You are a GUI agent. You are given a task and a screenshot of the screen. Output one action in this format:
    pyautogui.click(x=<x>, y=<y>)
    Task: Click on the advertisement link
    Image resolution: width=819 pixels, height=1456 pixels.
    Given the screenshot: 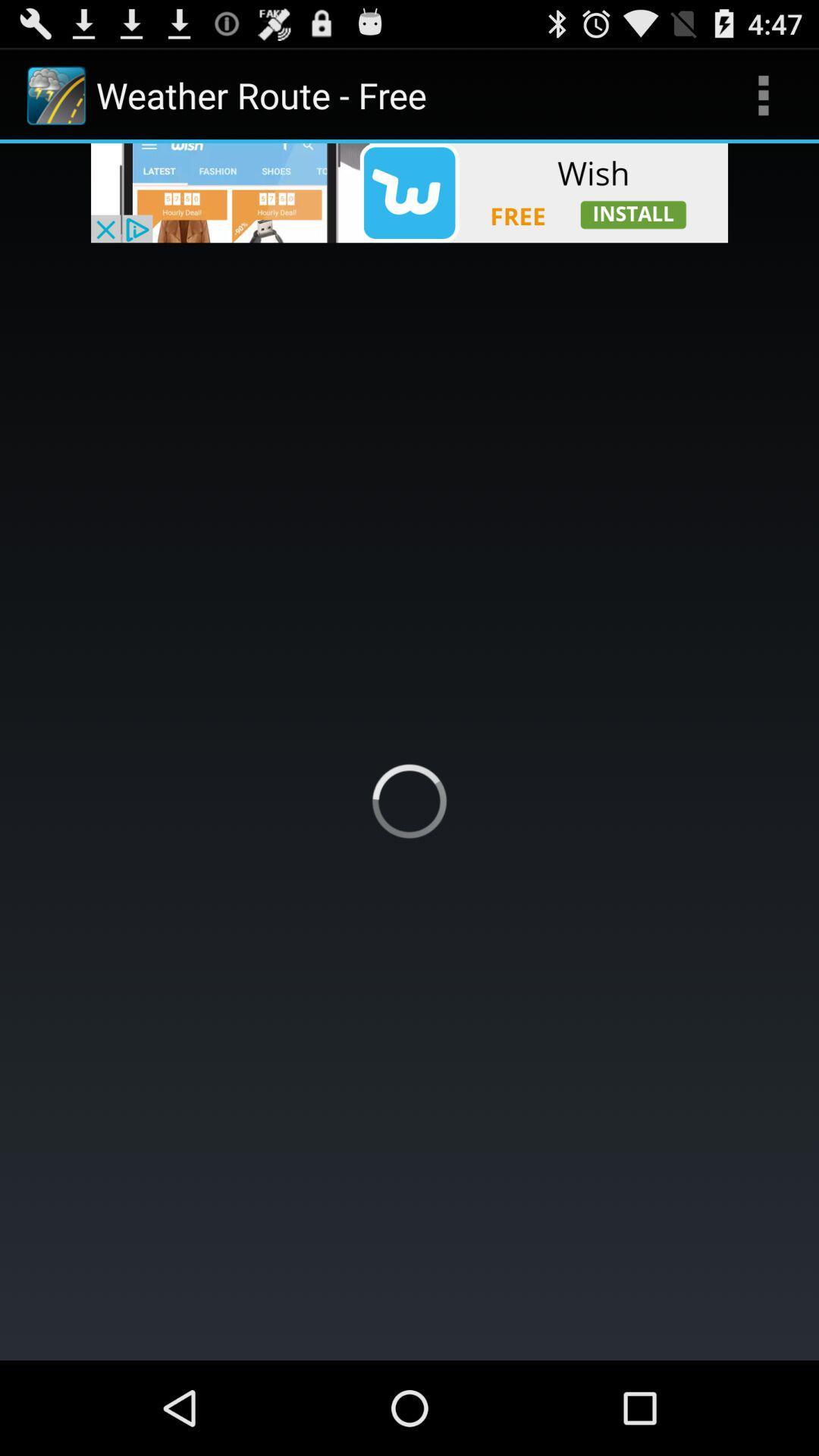 What is the action you would take?
    pyautogui.click(x=409, y=192)
    